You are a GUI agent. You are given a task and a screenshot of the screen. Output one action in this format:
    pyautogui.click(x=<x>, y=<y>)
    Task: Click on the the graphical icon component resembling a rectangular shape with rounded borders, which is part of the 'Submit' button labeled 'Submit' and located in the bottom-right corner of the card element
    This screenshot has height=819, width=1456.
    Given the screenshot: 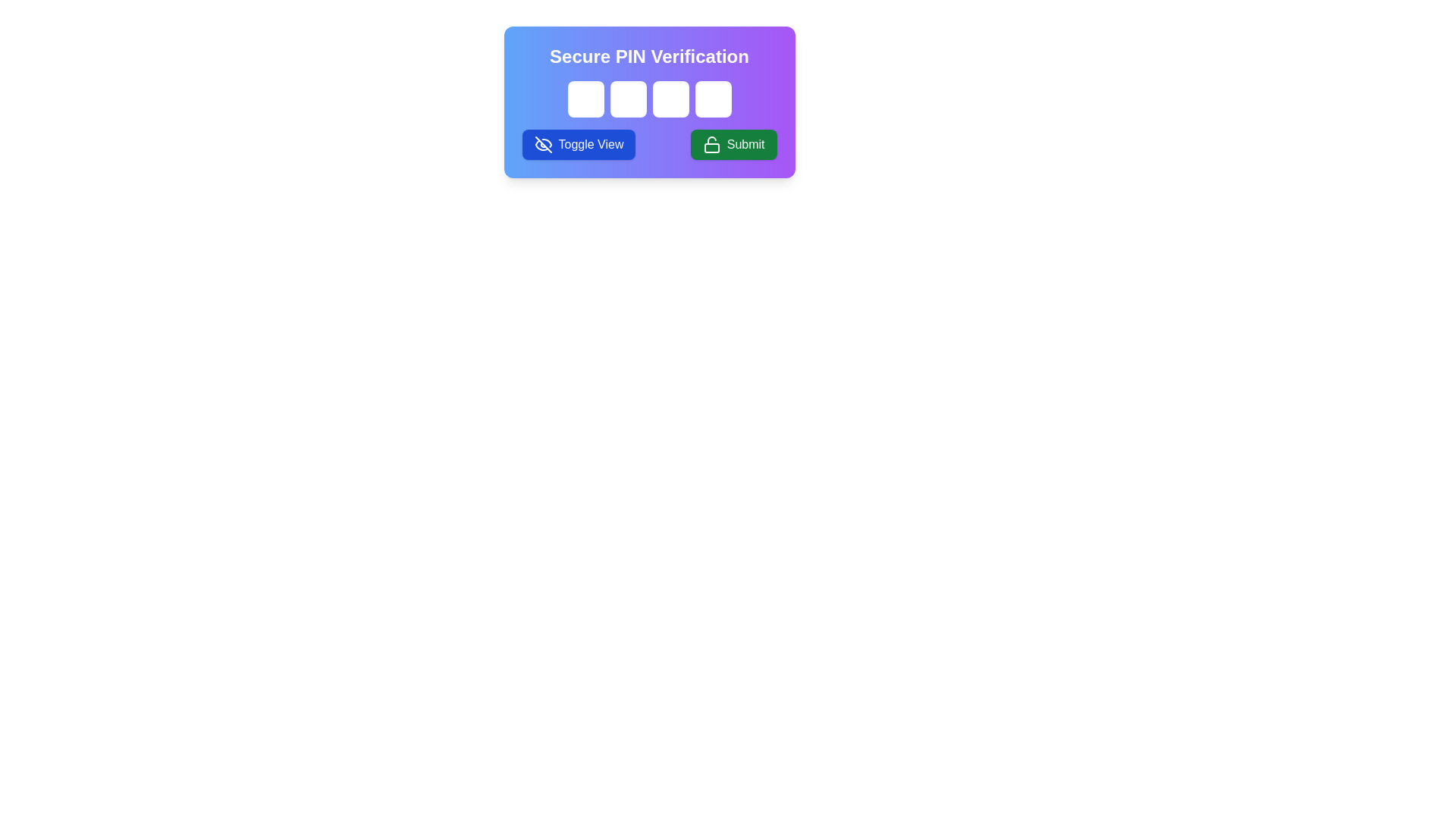 What is the action you would take?
    pyautogui.click(x=711, y=148)
    